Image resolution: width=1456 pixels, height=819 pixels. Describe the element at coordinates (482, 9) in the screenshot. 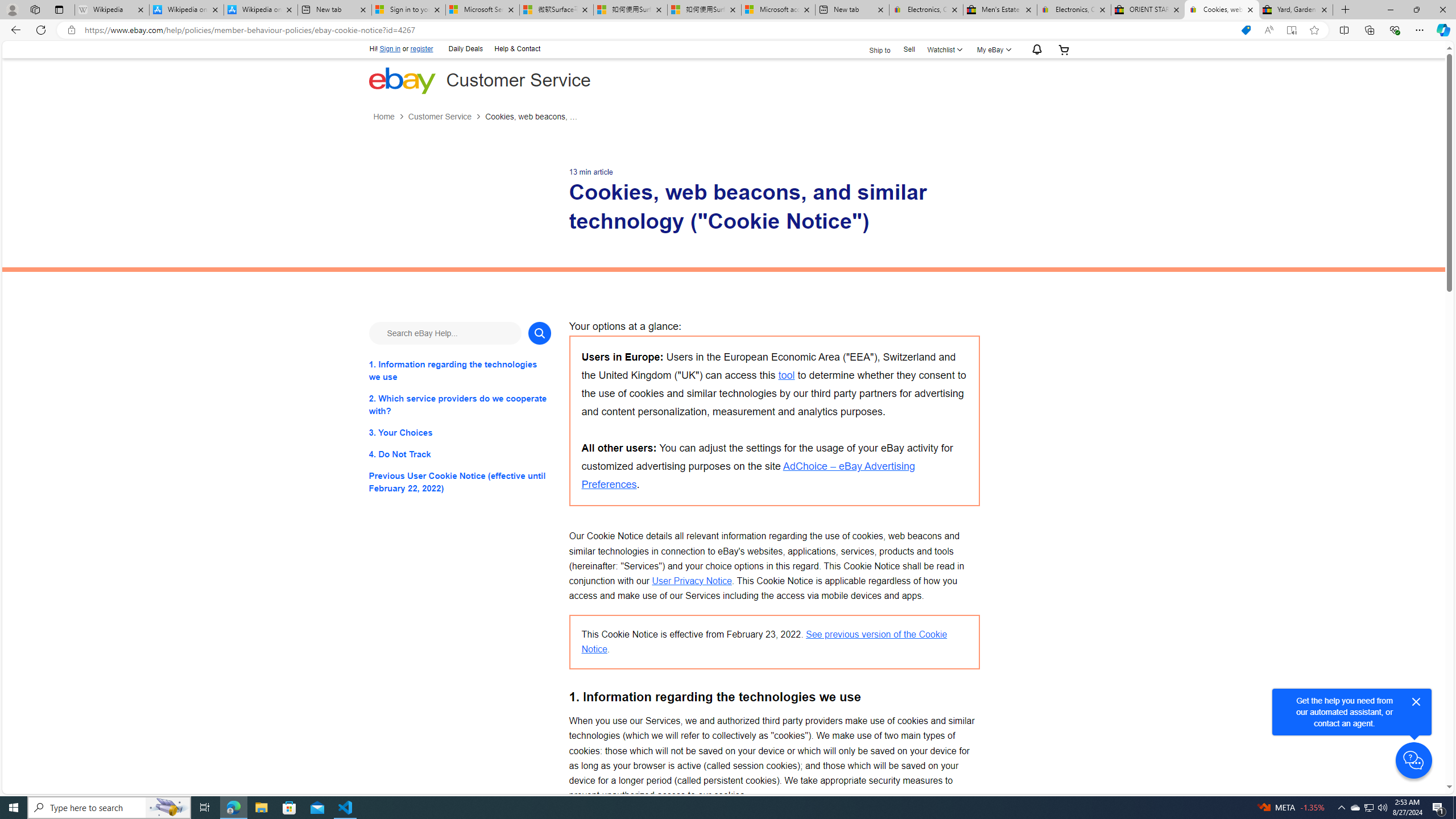

I see `'Microsoft Services Agreement'` at that location.